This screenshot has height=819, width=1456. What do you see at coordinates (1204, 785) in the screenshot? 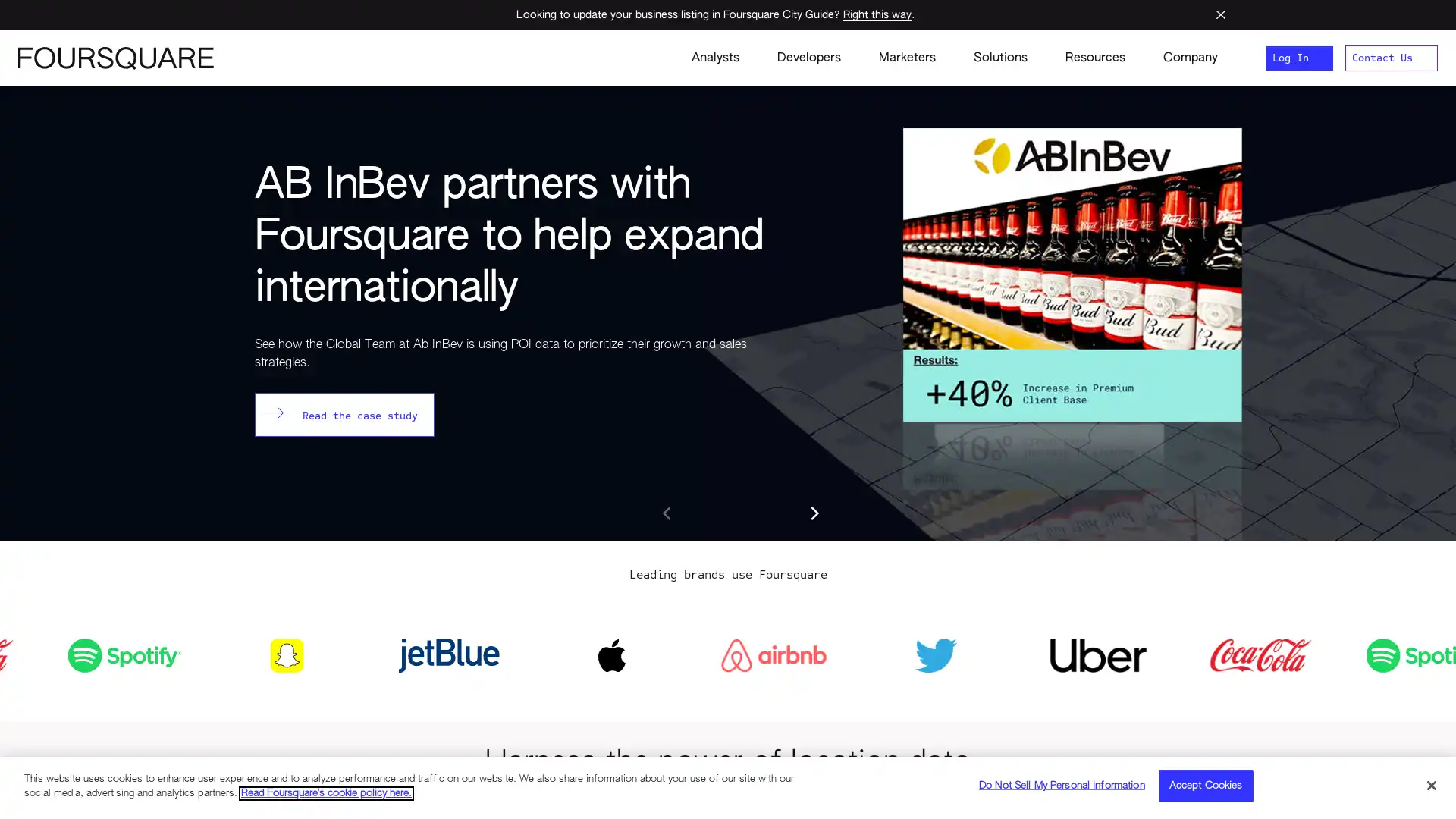
I see `Accept Cookies` at bounding box center [1204, 785].